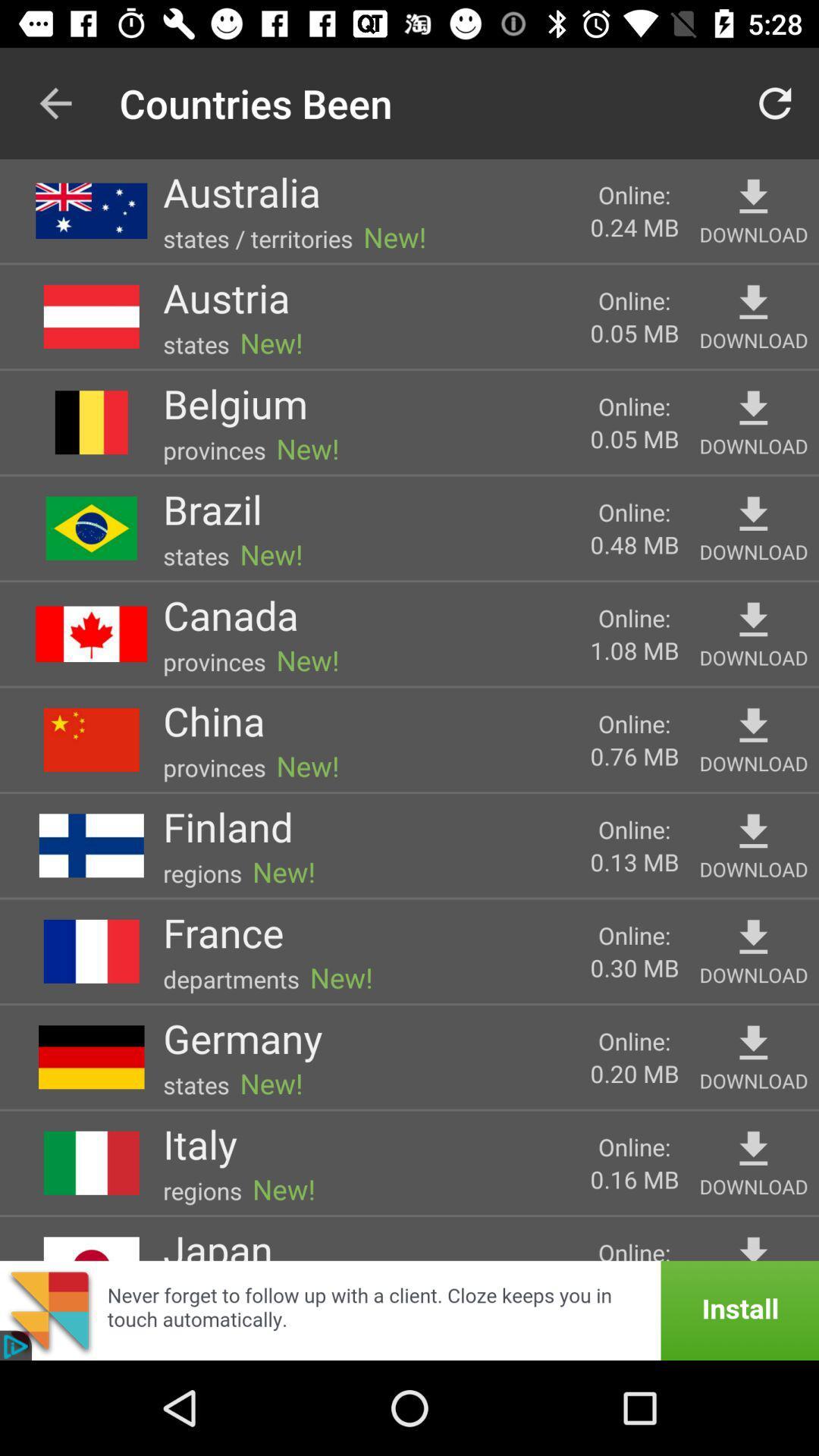 The image size is (819, 1456). I want to click on he can activate the simple voice command, so click(753, 1149).